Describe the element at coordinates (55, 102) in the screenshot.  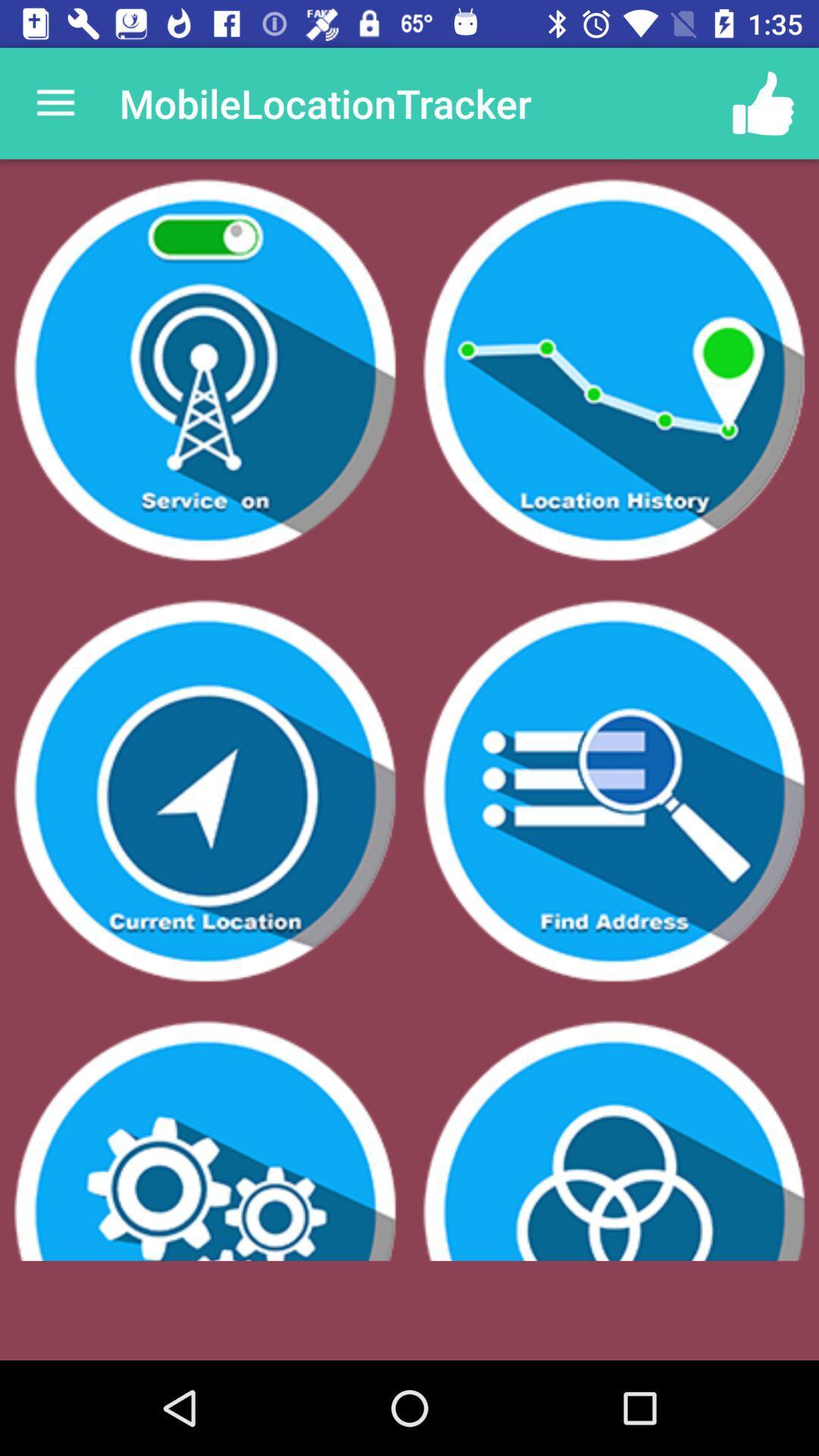
I see `the app to the left of the mobilelocationtracker item` at that location.